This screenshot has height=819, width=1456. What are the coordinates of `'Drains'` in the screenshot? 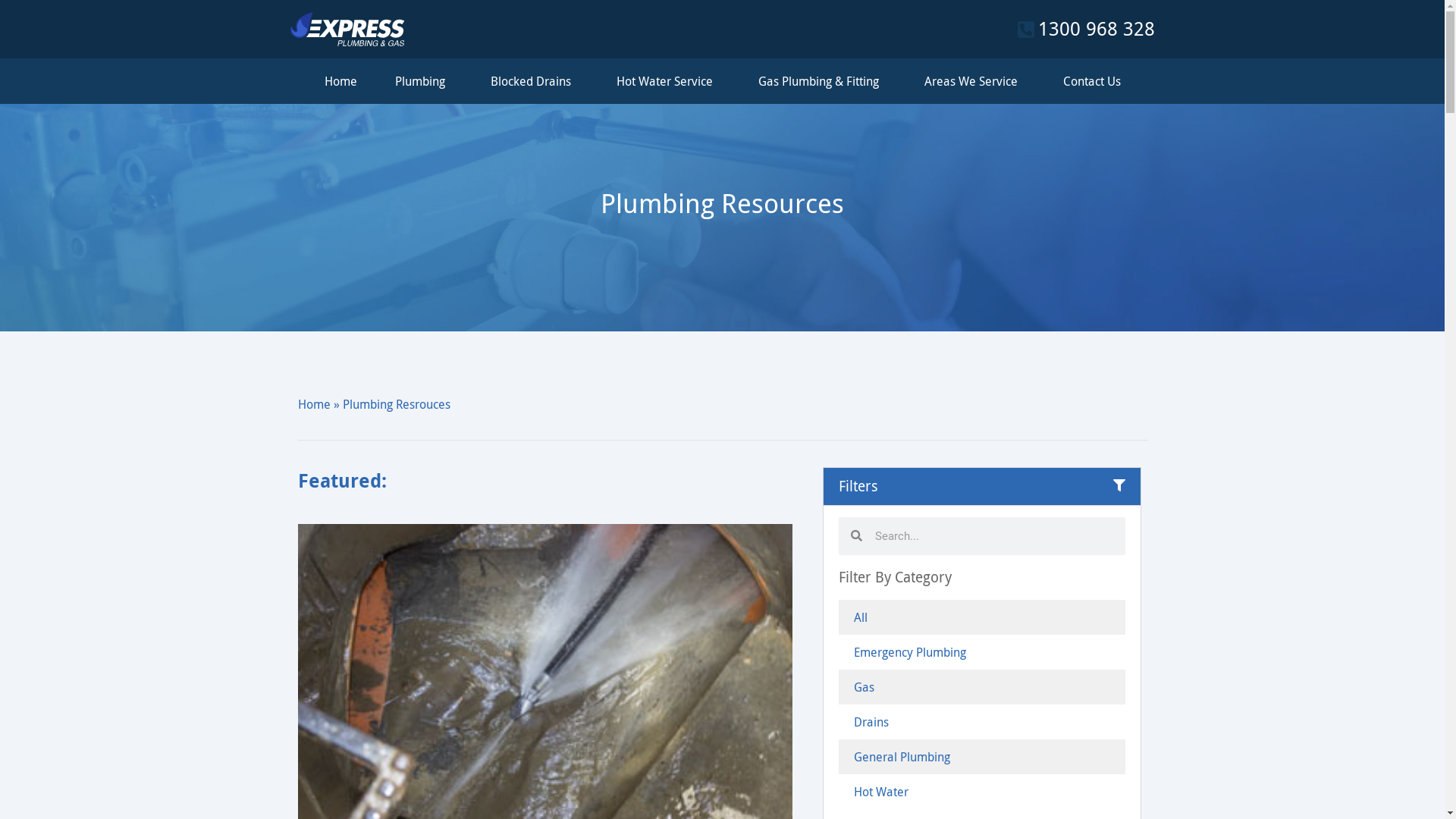 It's located at (982, 721).